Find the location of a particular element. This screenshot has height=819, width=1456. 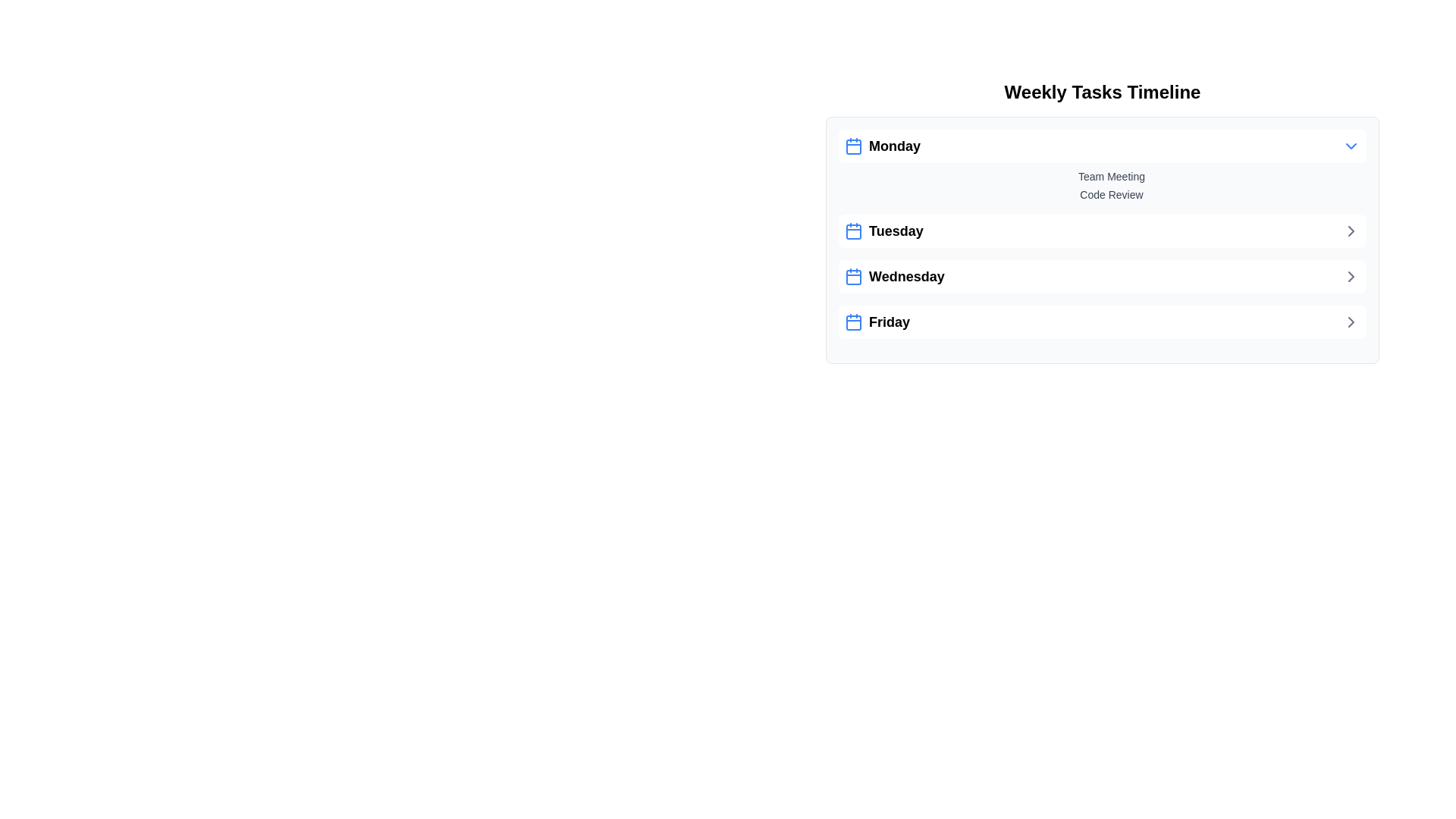

the interactive list item representing 'Tuesday' is located at coordinates (1103, 231).